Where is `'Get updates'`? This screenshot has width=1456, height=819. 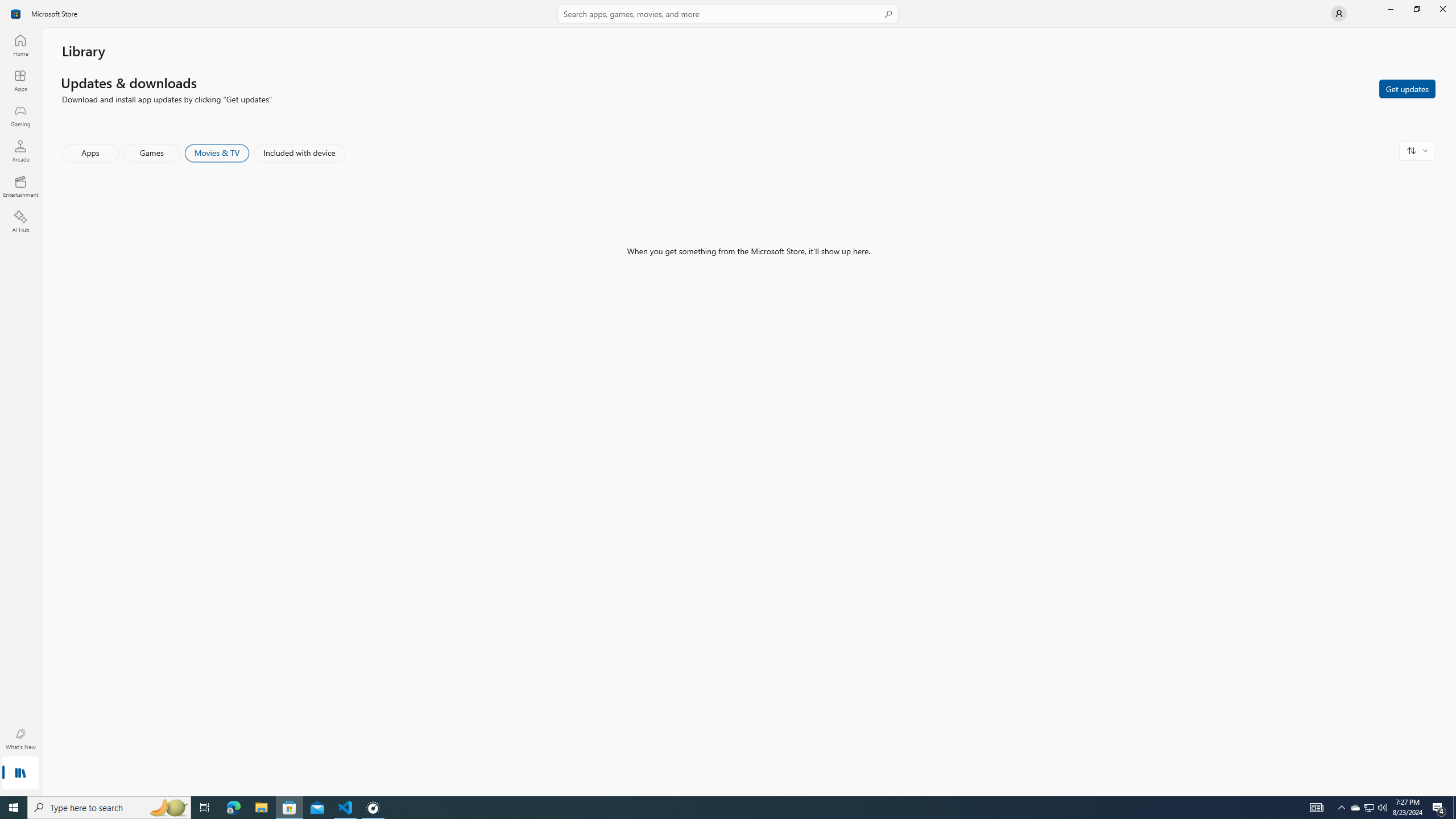
'Get updates' is located at coordinates (1407, 88).